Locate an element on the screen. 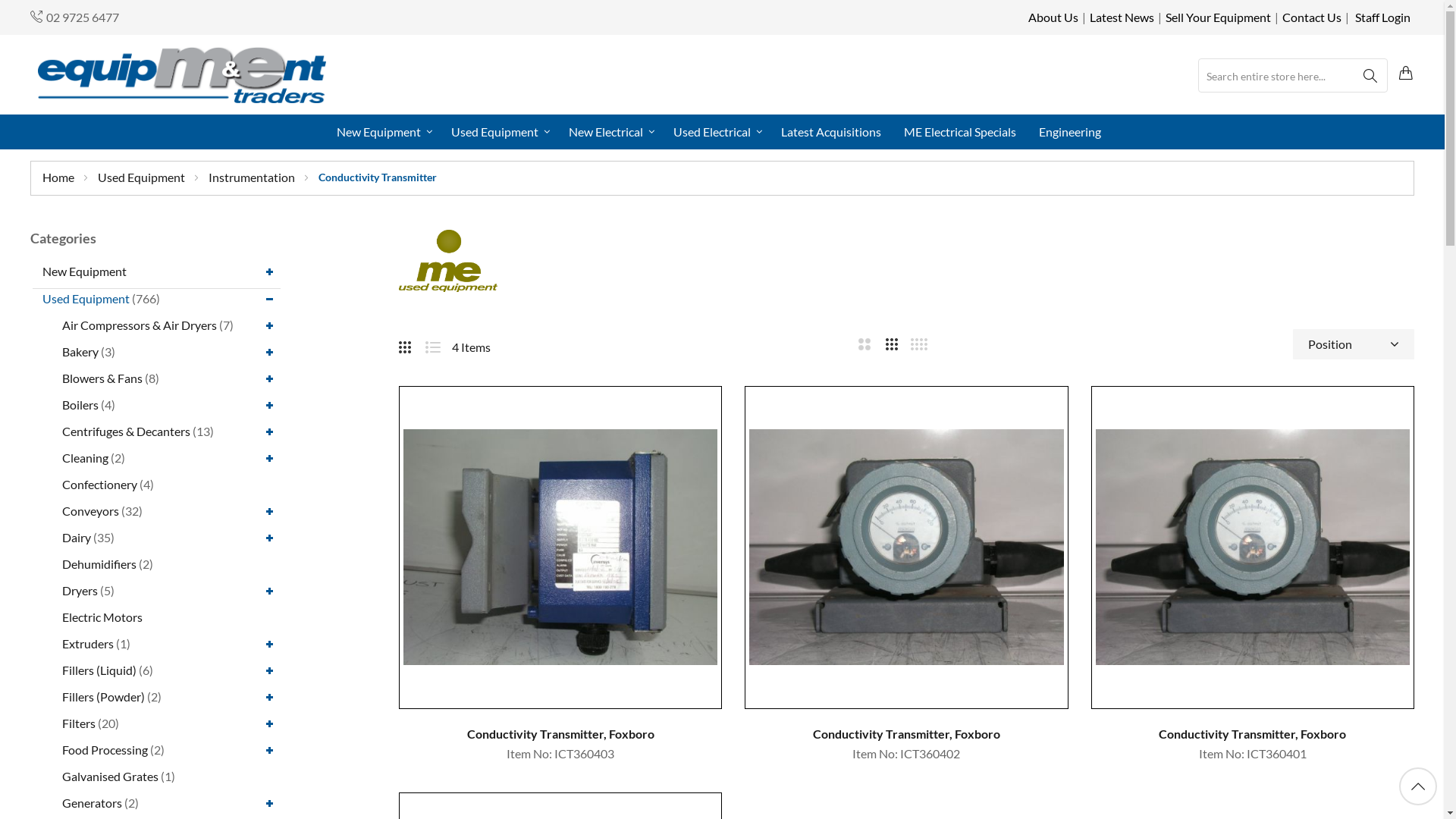 The width and height of the screenshot is (1456, 819). 'Search' is located at coordinates (1353, 76).